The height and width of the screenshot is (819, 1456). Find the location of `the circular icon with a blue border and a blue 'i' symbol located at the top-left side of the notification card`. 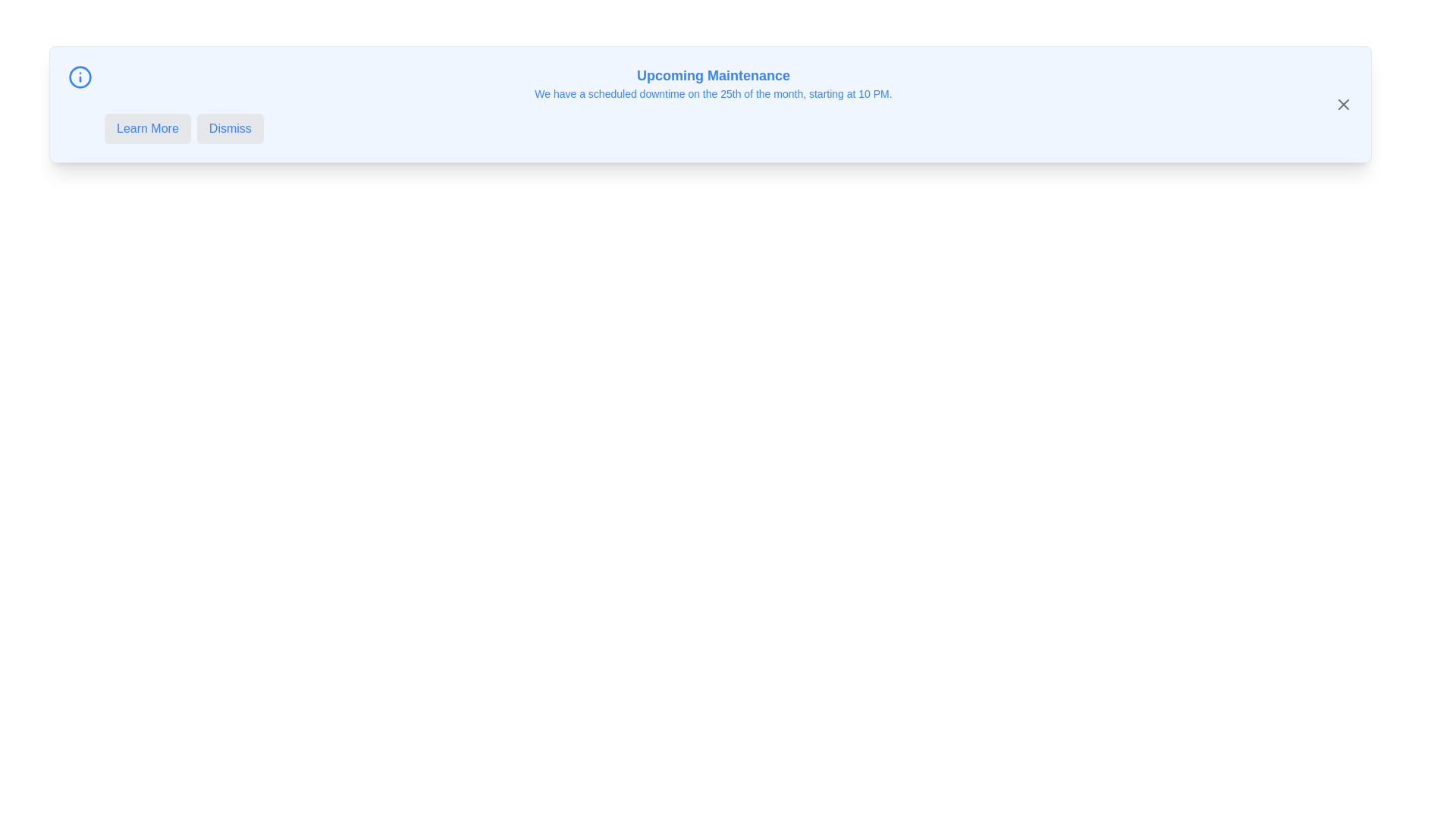

the circular icon with a blue border and a blue 'i' symbol located at the top-left side of the notification card is located at coordinates (79, 77).